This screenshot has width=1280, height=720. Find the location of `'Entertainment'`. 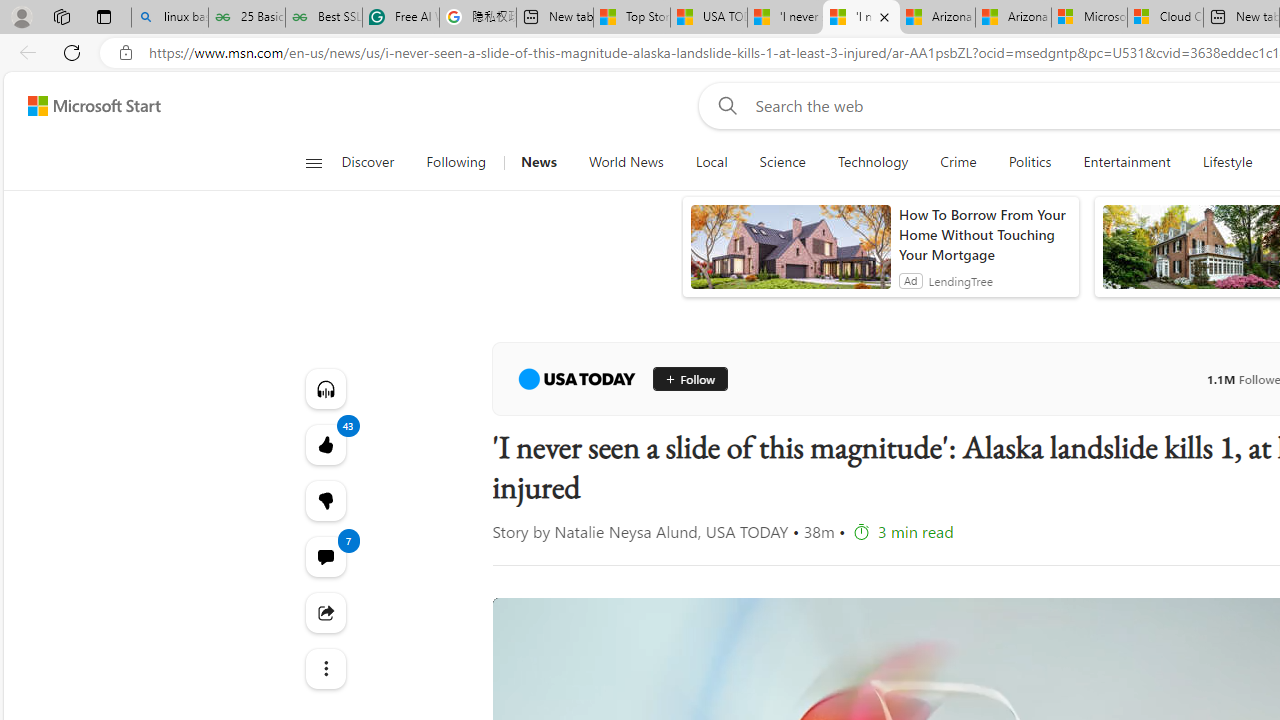

'Entertainment' is located at coordinates (1127, 162).